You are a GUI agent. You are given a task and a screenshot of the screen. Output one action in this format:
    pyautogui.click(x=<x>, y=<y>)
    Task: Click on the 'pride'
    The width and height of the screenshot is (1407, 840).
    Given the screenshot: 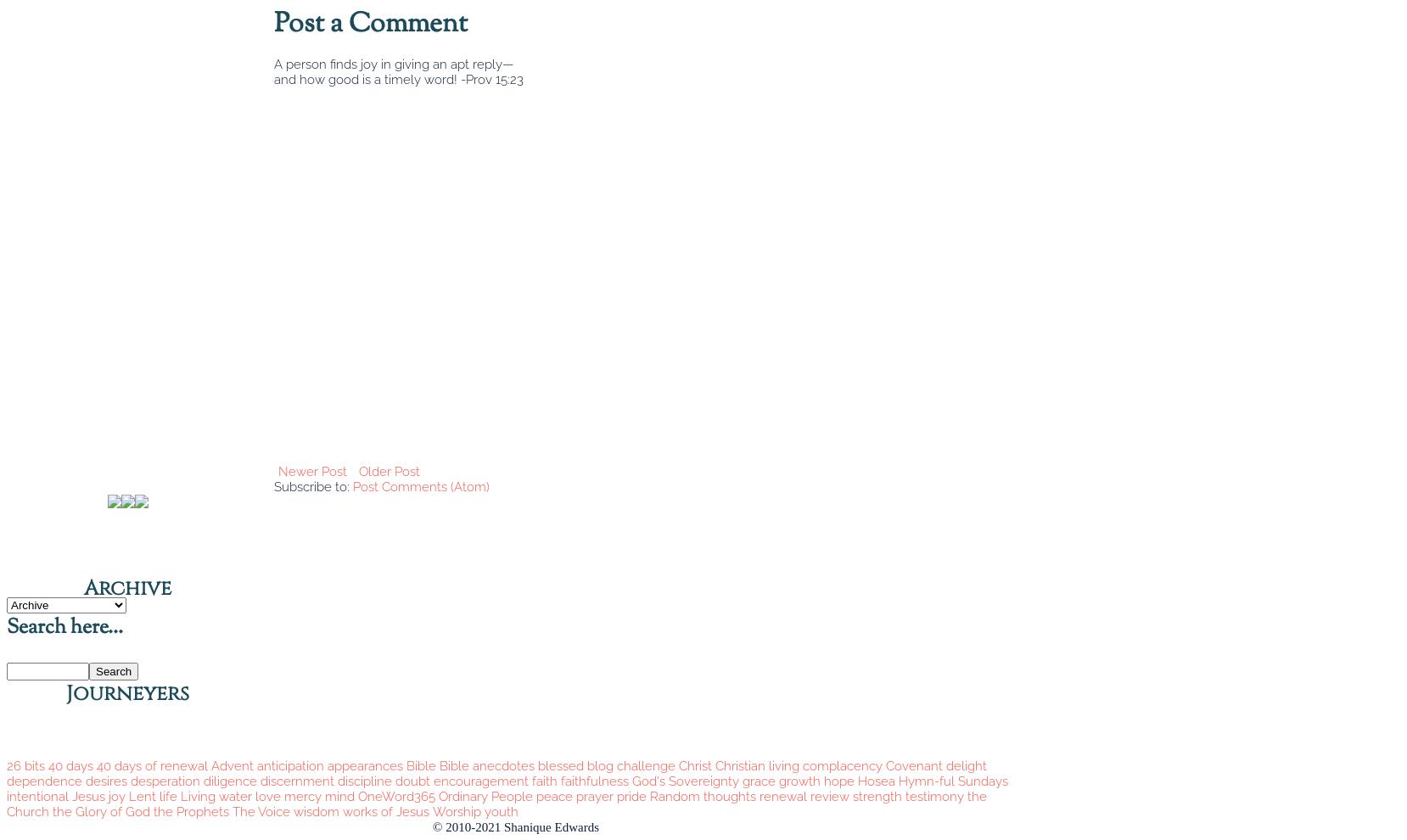 What is the action you would take?
    pyautogui.click(x=631, y=796)
    